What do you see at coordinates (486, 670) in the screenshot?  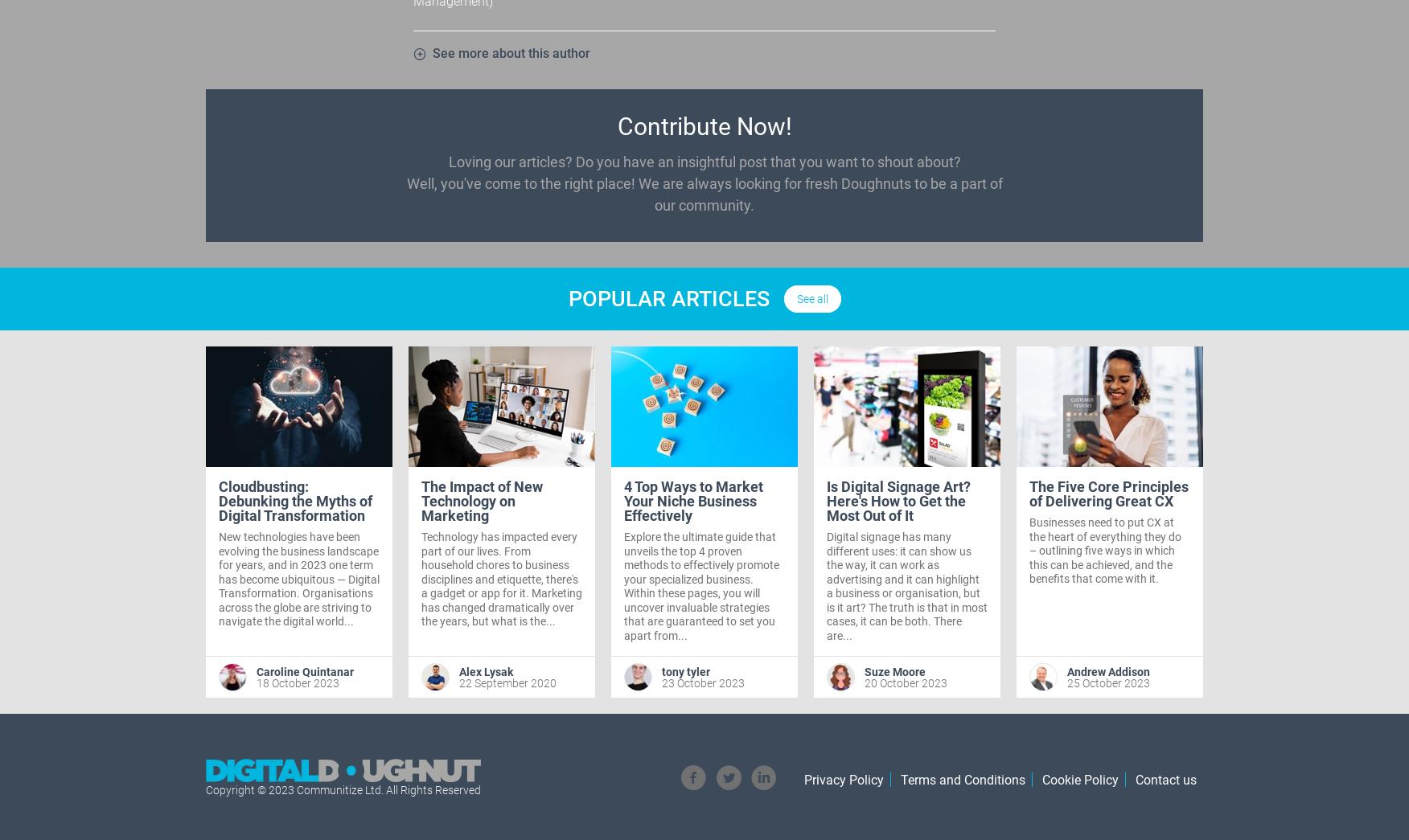 I see `'Alex Lysak'` at bounding box center [486, 670].